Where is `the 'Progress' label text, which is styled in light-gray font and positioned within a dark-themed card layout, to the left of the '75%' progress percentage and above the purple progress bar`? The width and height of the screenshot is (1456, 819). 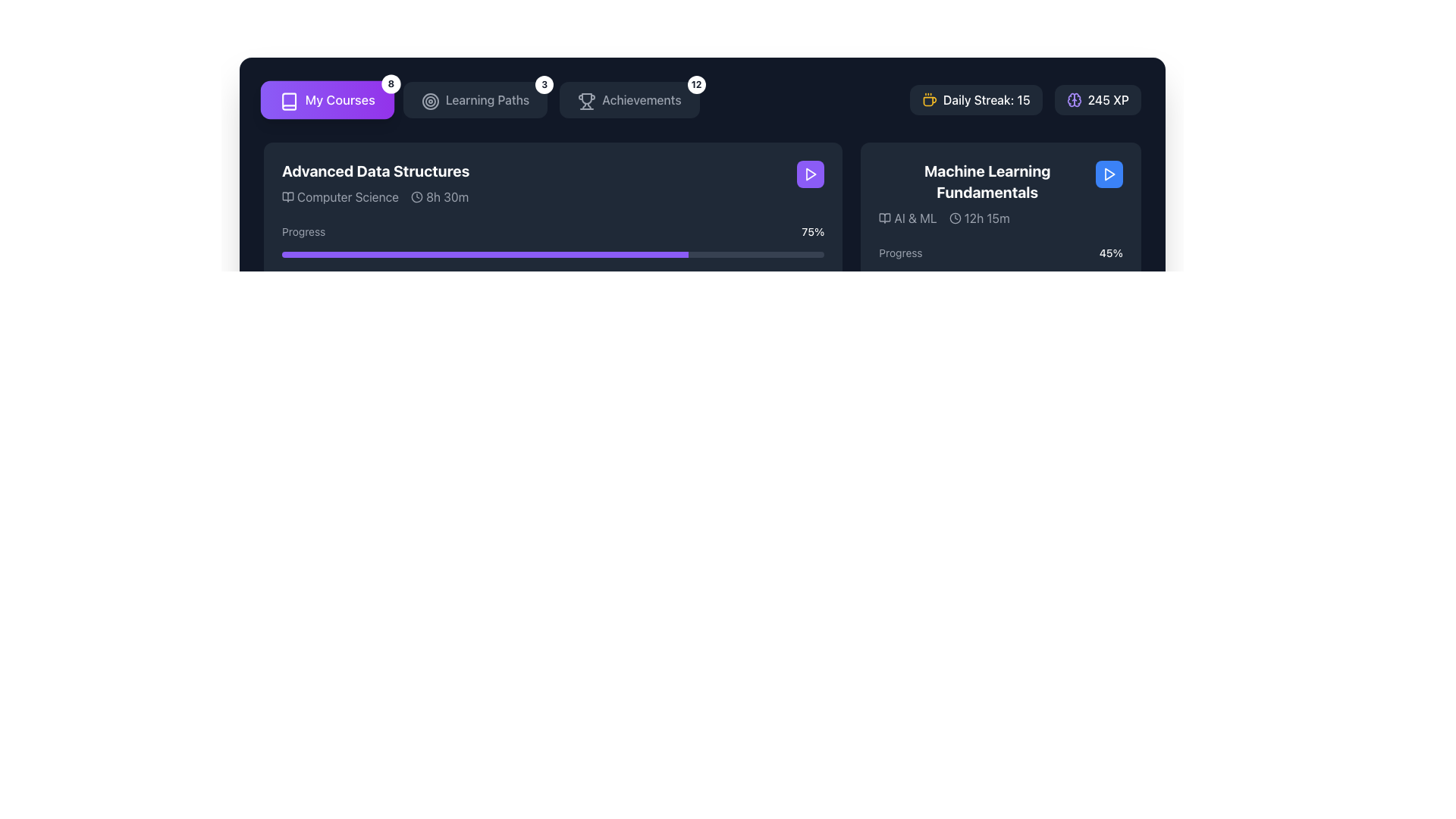
the 'Progress' label text, which is styled in light-gray font and positioned within a dark-themed card layout, to the left of the '75%' progress percentage and above the purple progress bar is located at coordinates (303, 231).